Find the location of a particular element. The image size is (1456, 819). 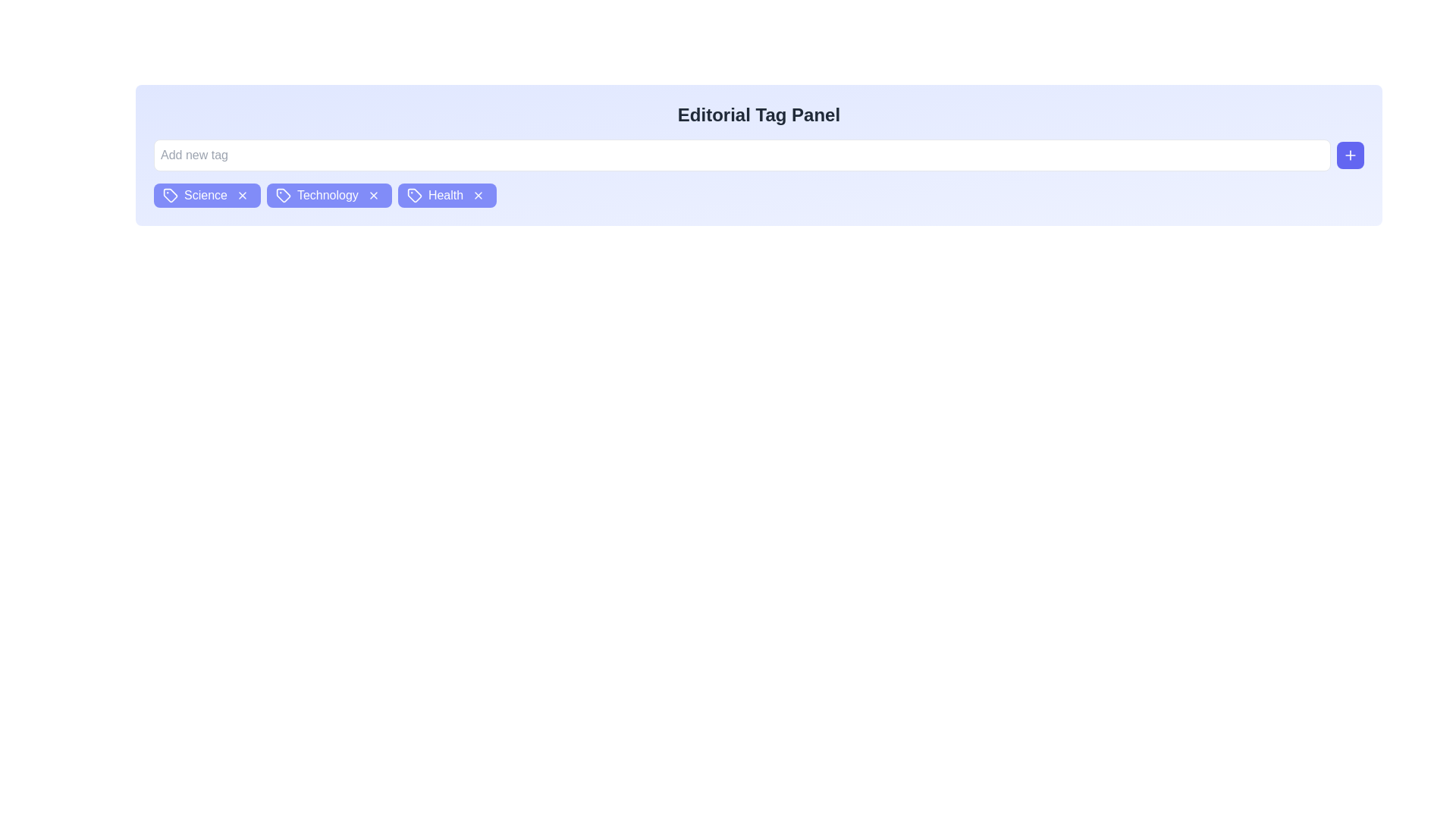

the button located to the immediate right of the text 'Science' to change its background color is located at coordinates (241, 195).